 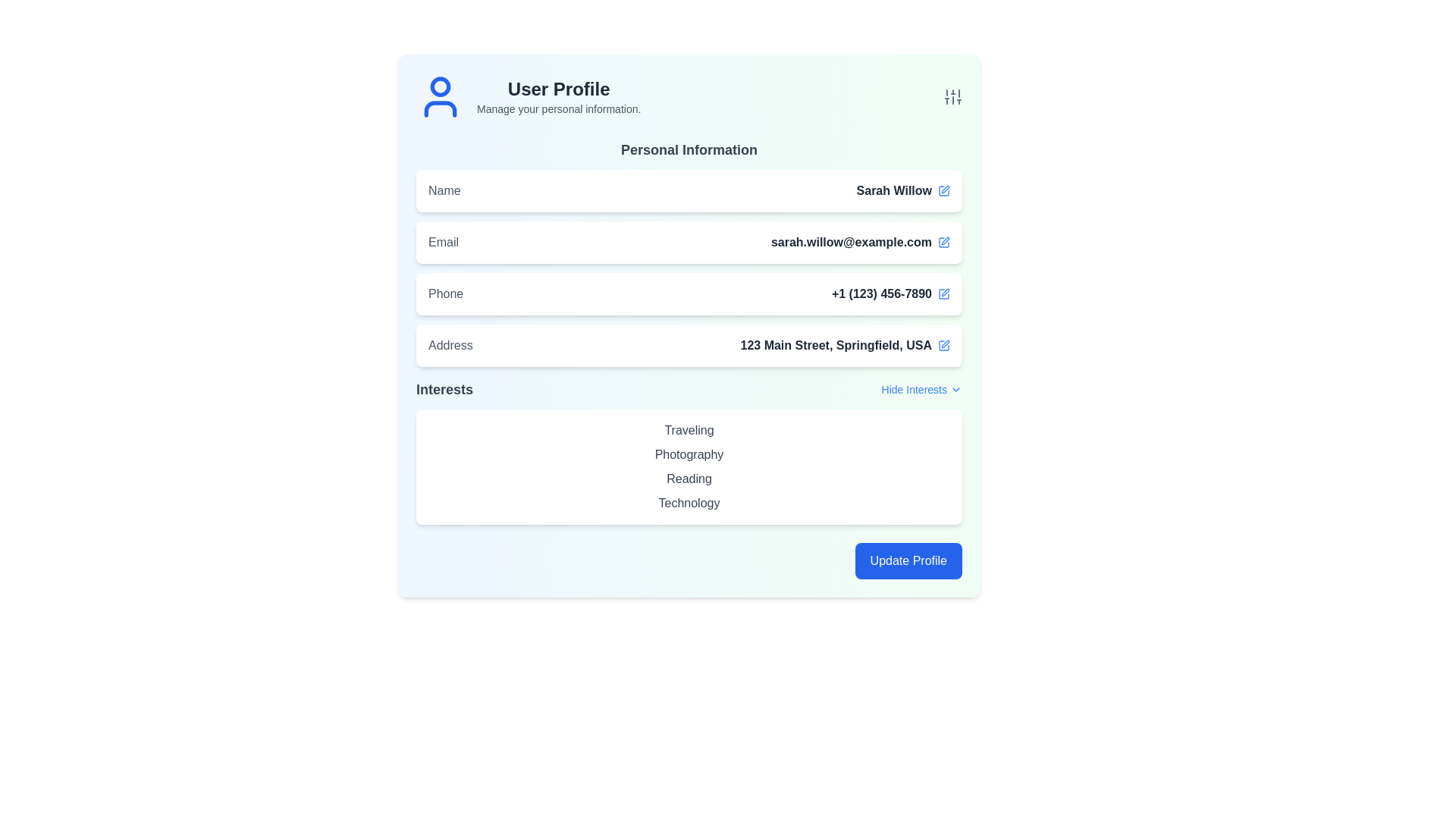 I want to click on the Edit IconButton located at the far right edge of the Address field row, so click(x=943, y=345).